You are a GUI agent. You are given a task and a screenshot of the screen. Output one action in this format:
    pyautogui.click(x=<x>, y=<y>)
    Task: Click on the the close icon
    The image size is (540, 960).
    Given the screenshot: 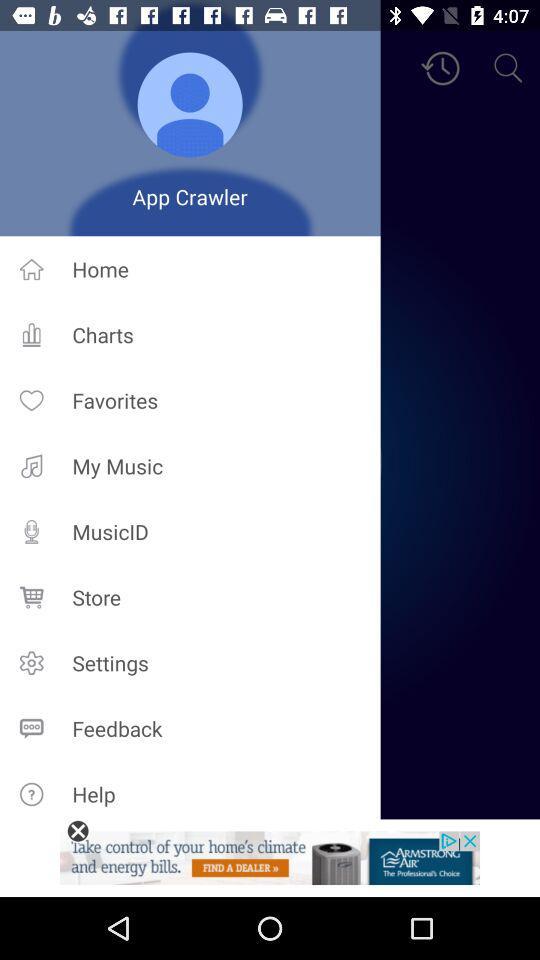 What is the action you would take?
    pyautogui.click(x=77, y=831)
    